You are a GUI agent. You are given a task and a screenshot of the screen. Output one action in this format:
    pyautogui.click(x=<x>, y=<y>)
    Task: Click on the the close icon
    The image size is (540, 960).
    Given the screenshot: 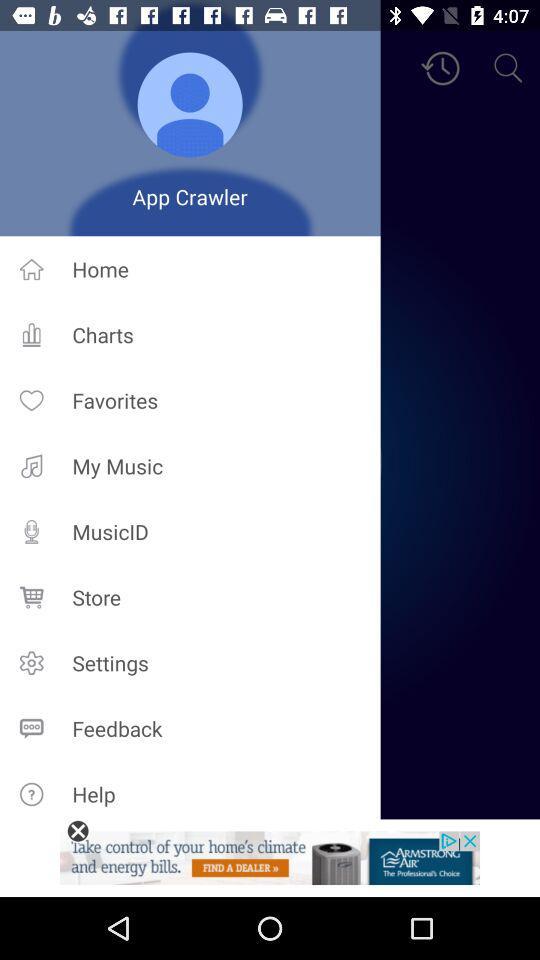 What is the action you would take?
    pyautogui.click(x=77, y=831)
    